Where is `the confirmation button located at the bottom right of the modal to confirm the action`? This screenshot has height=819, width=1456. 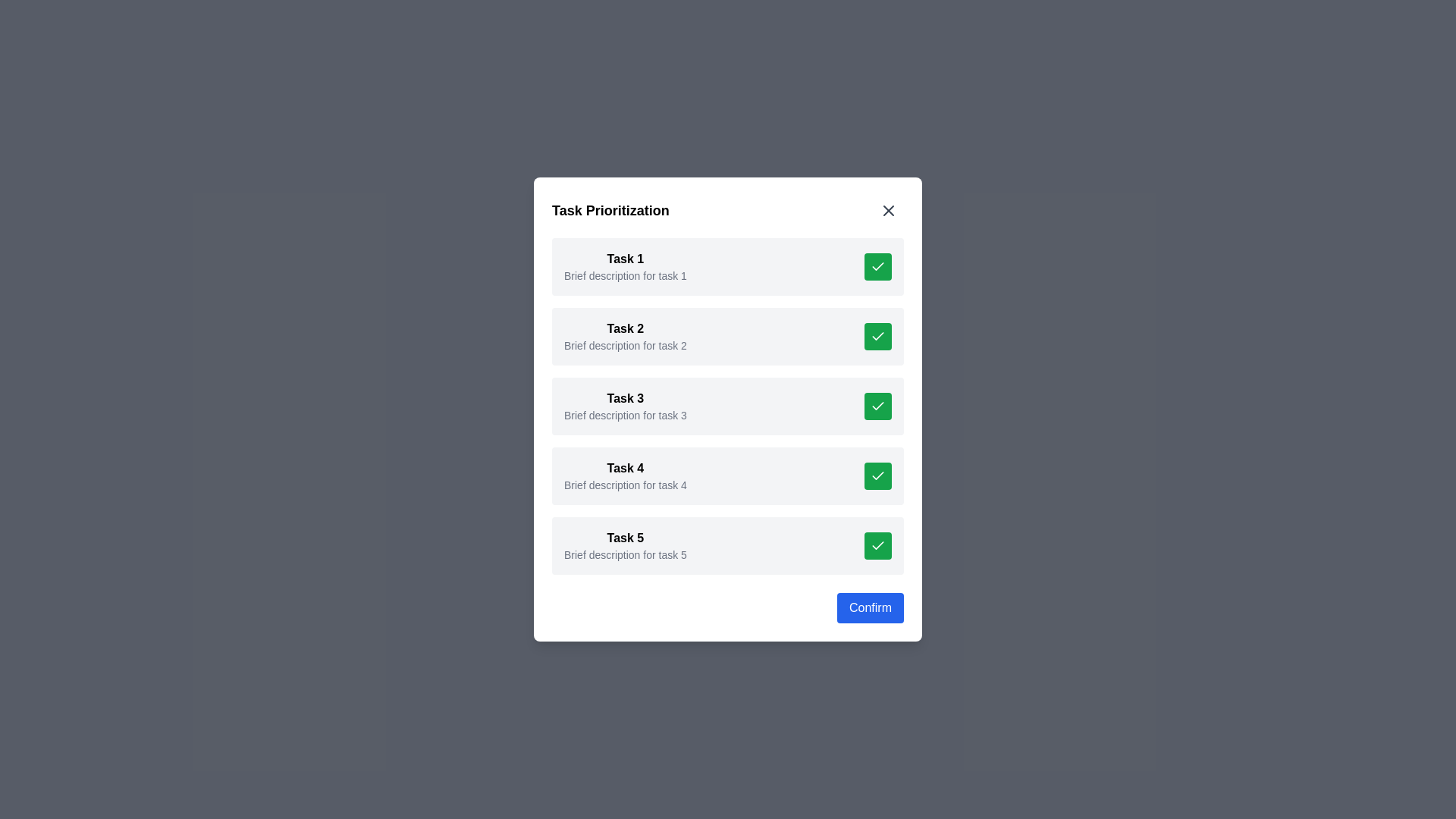
the confirmation button located at the bottom right of the modal to confirm the action is located at coordinates (870, 607).